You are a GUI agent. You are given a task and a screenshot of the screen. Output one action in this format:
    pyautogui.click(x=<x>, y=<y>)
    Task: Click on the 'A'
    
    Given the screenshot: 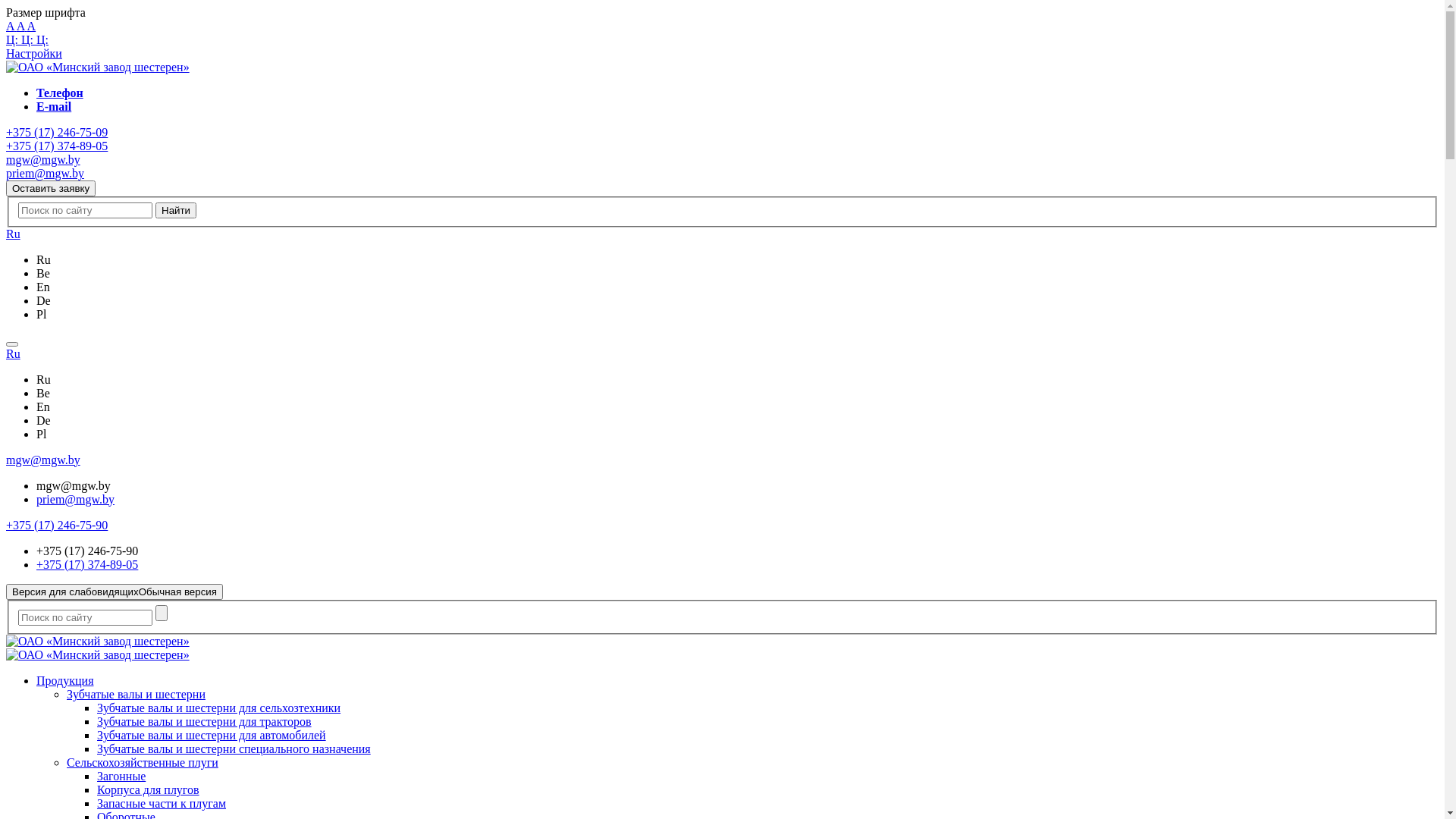 What is the action you would take?
    pyautogui.click(x=17, y=26)
    